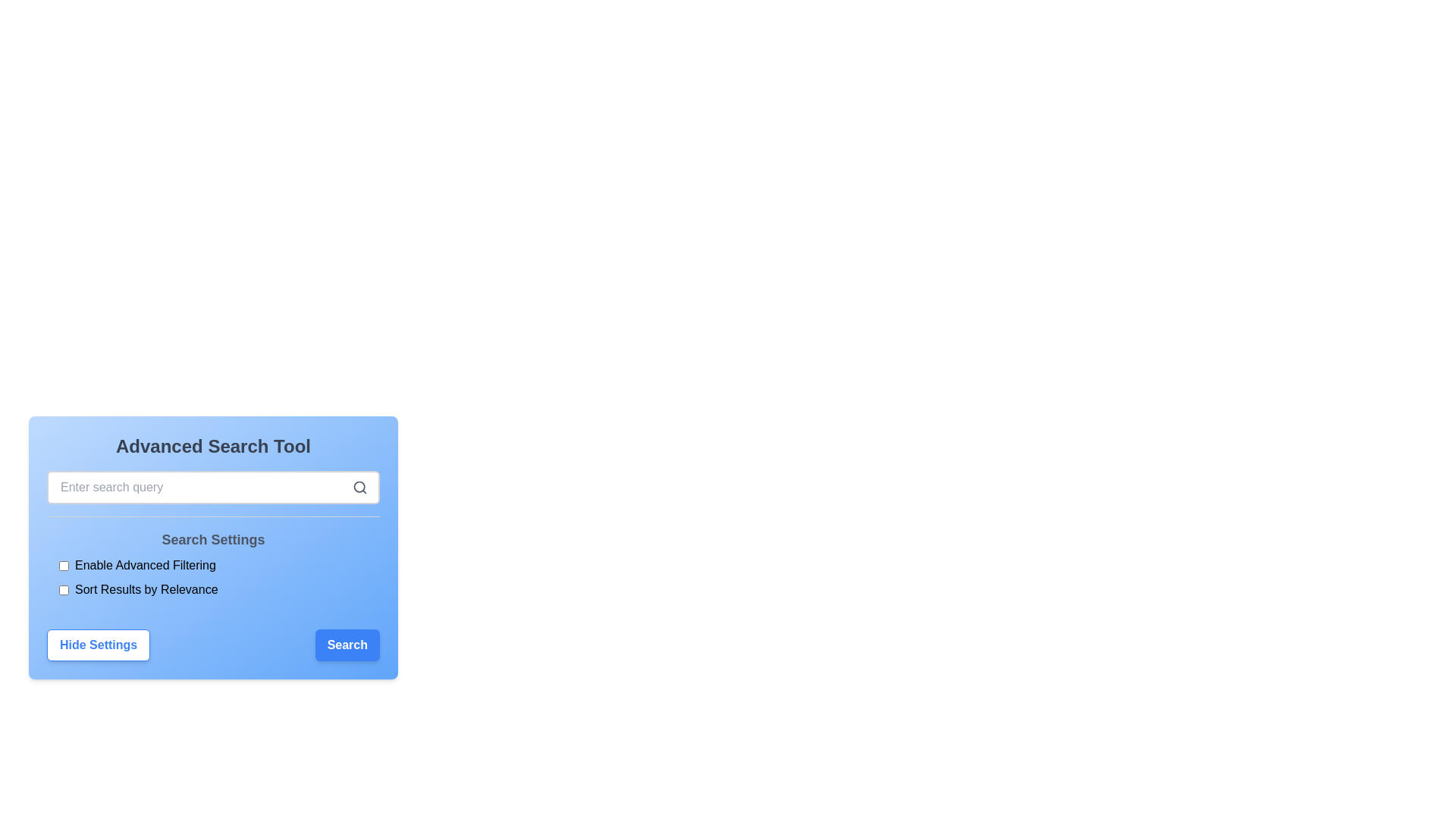 Image resolution: width=1456 pixels, height=819 pixels. Describe the element at coordinates (212, 561) in the screenshot. I see `the checkboxes in the advanced search component to check or uncheck them for filtering options` at that location.